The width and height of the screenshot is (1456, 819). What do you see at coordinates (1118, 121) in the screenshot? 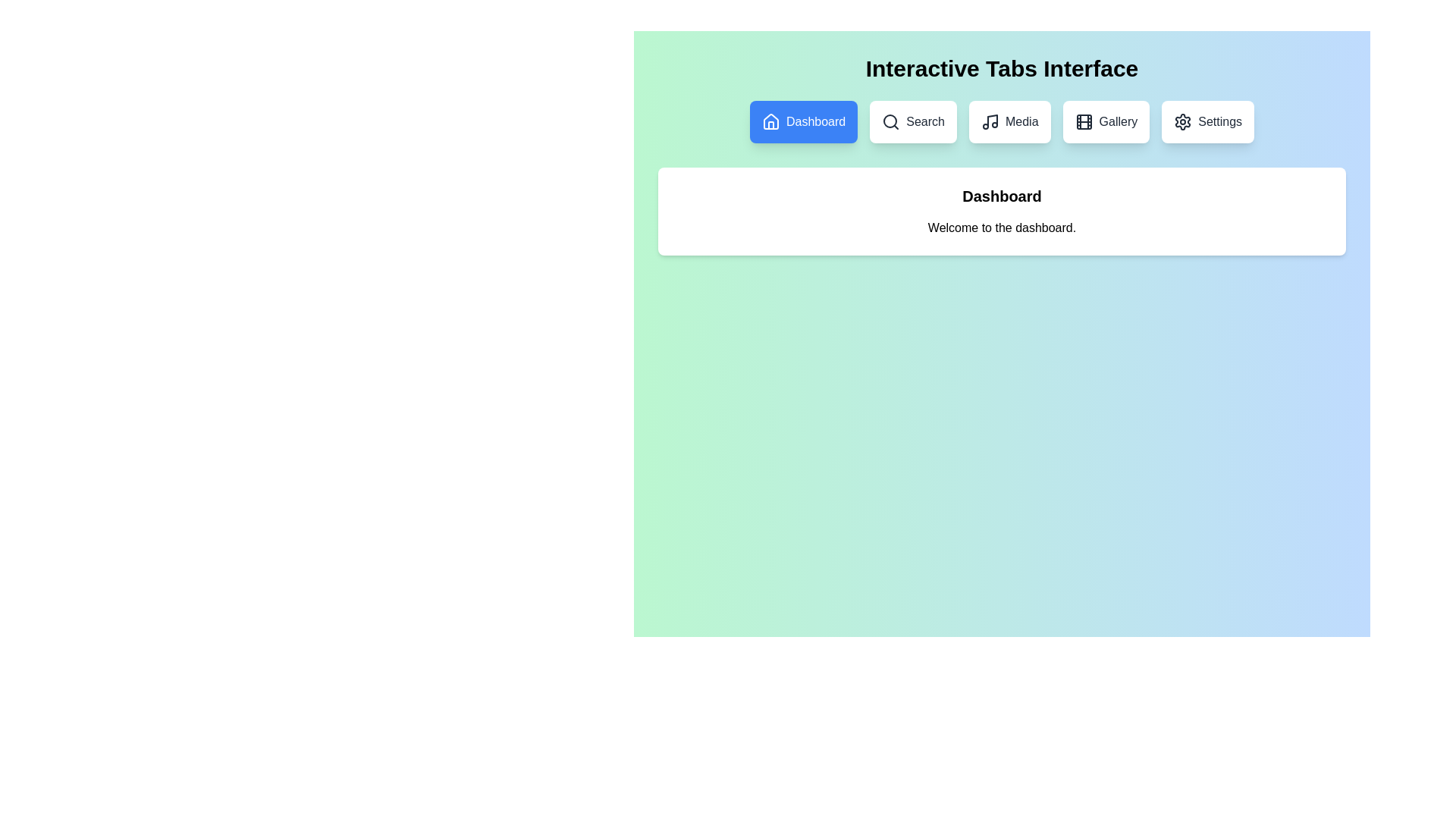
I see `the 'Gallery' text label within the navigation tab button that indicates the function of accessing the gallery section` at bounding box center [1118, 121].